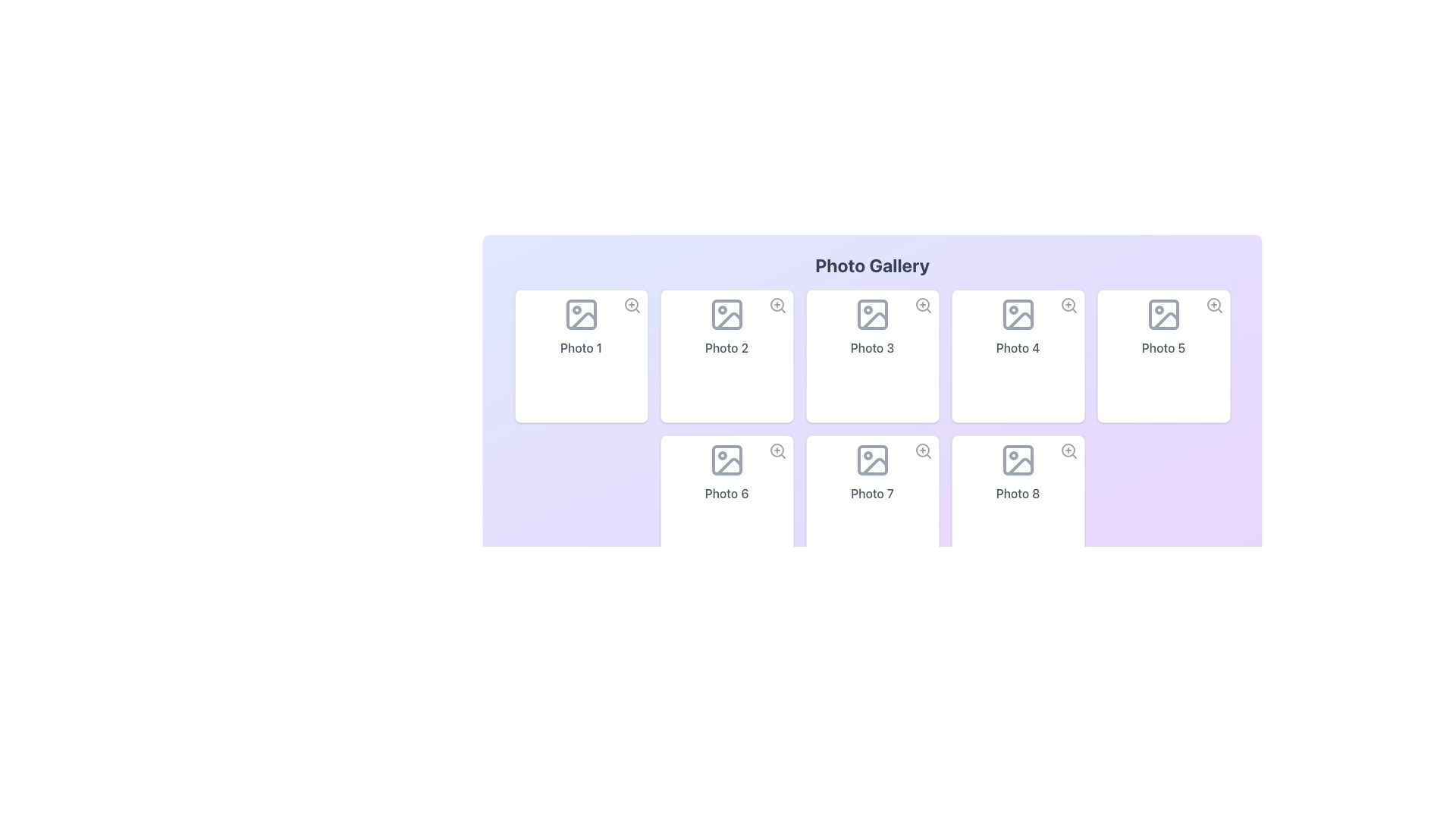 The height and width of the screenshot is (819, 1456). Describe the element at coordinates (1213, 304) in the screenshot. I see `the central circular component of the magnifying glass icon located in the top-right corner of the 'Photo 5' card` at that location.